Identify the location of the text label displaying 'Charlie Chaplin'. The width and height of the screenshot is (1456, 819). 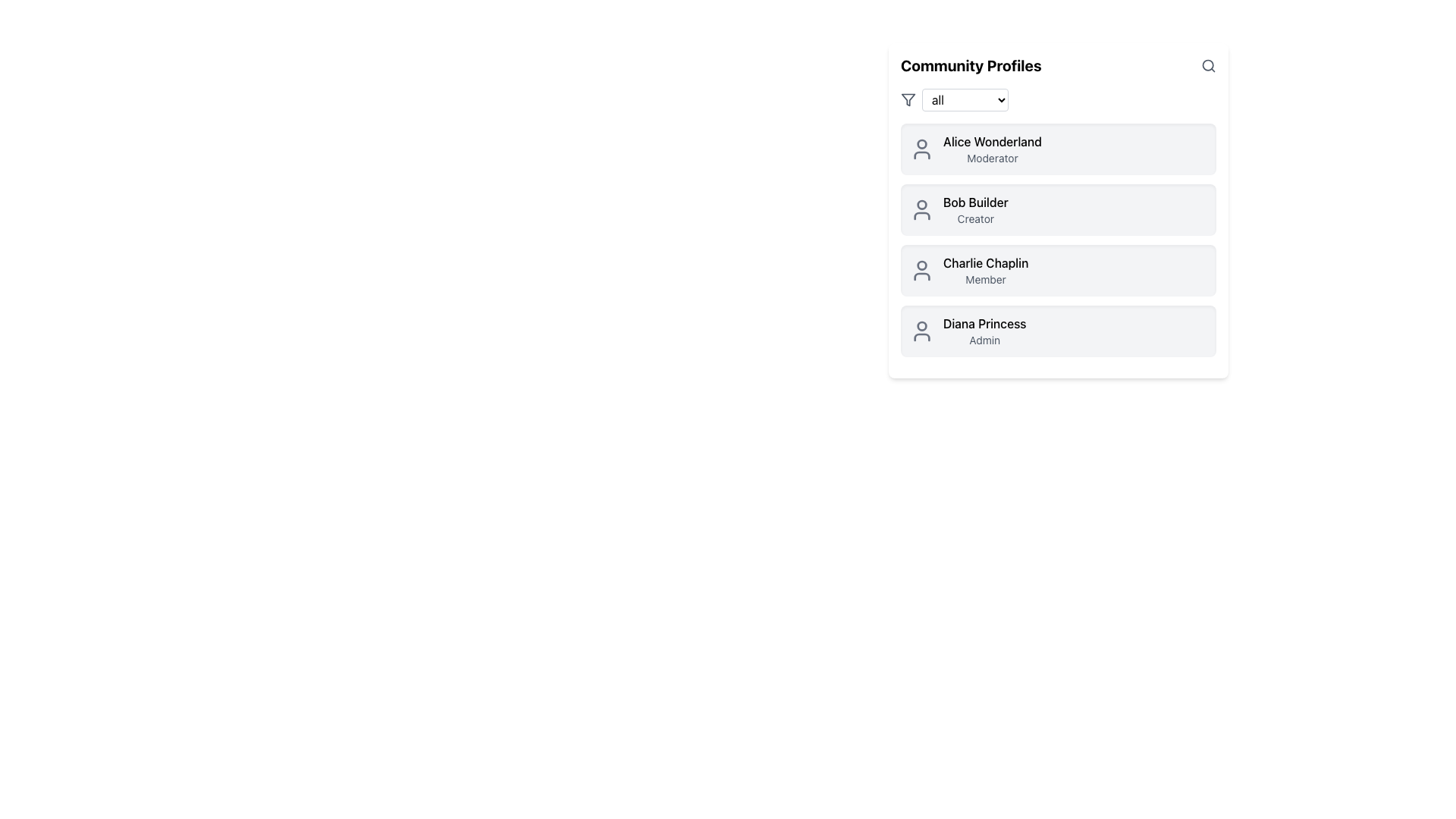
(986, 262).